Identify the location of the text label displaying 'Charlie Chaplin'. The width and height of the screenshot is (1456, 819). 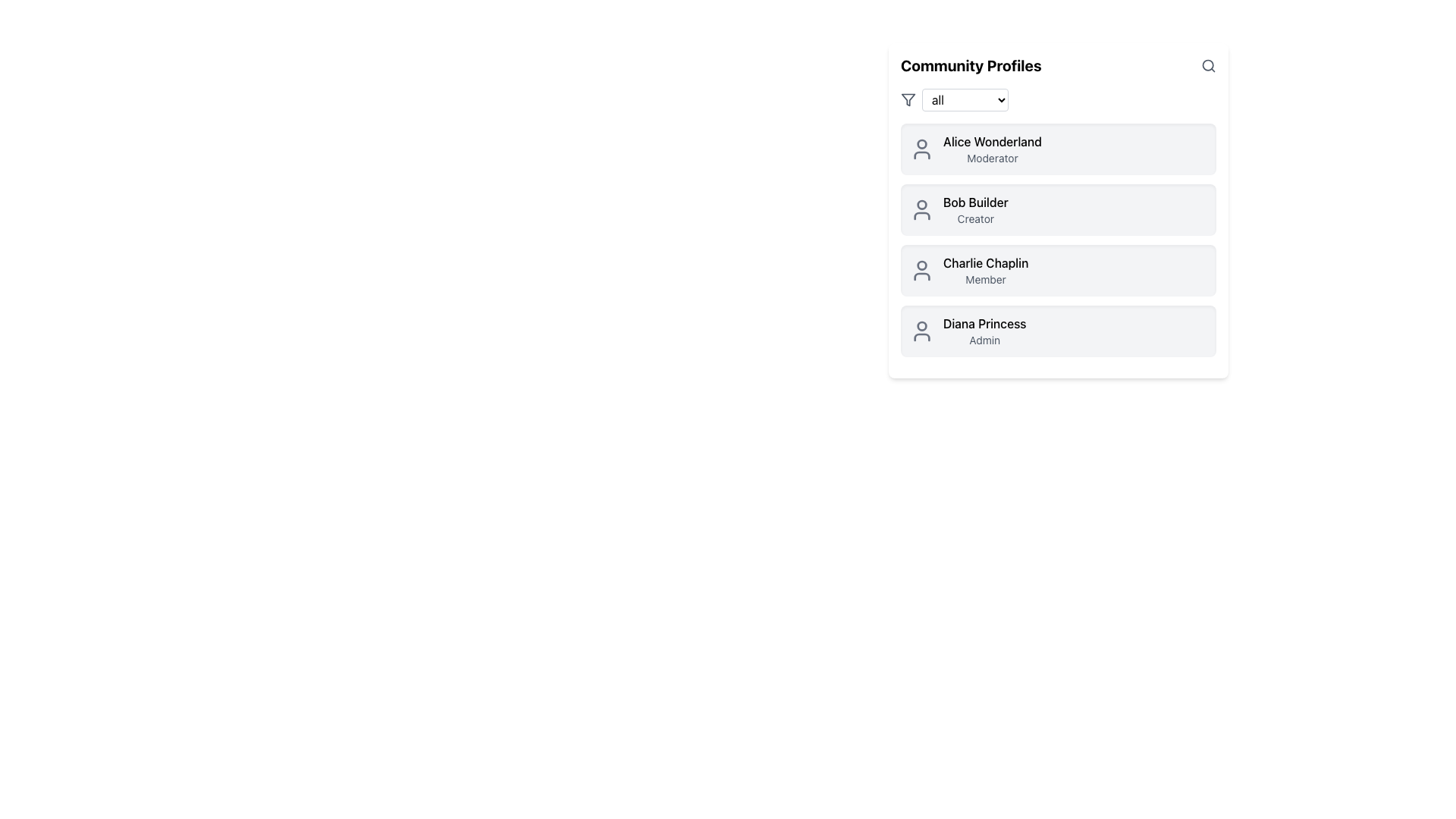
(986, 262).